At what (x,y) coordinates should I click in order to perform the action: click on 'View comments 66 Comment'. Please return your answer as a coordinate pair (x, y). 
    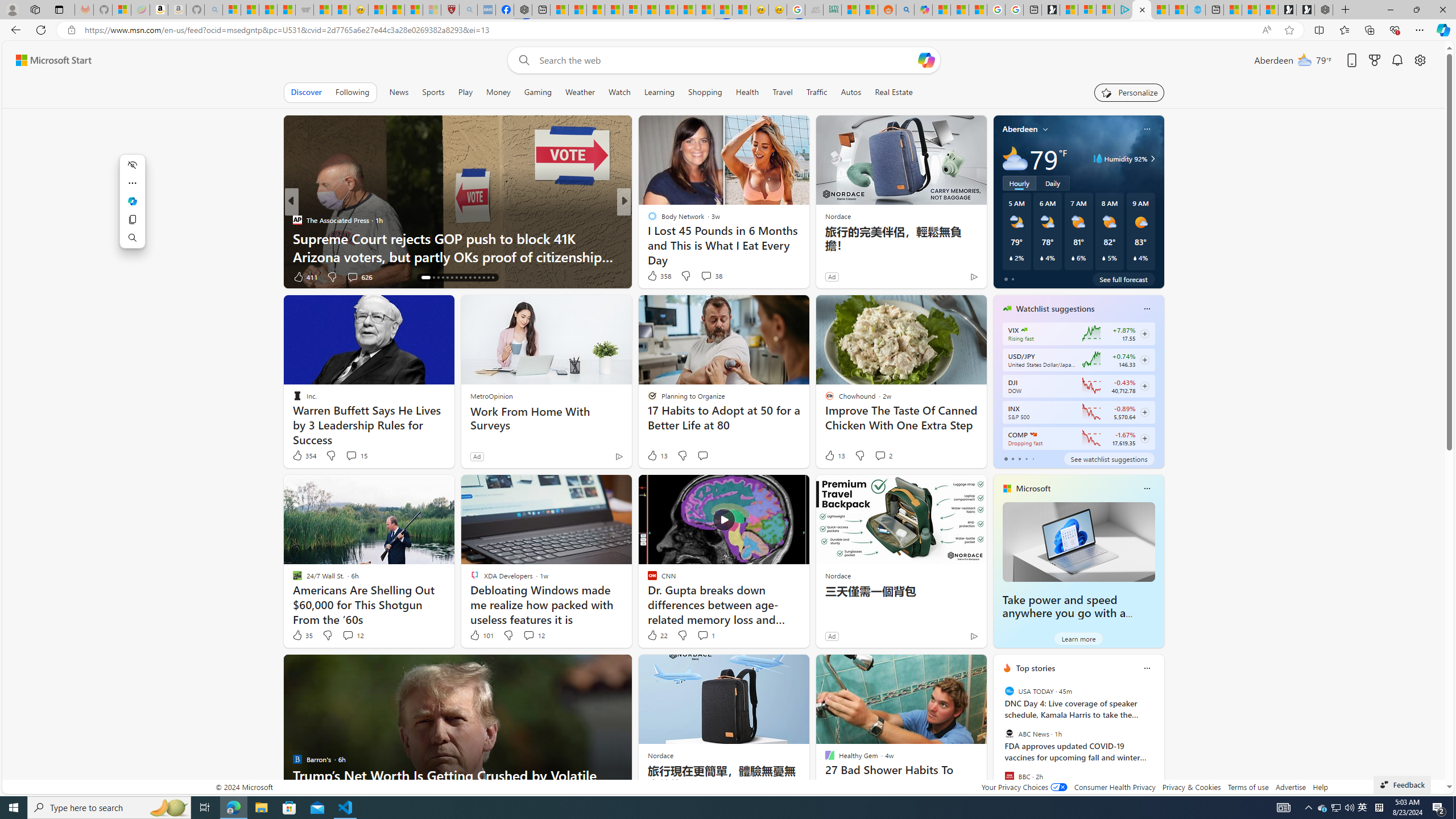
    Looking at the image, I should click on (707, 276).